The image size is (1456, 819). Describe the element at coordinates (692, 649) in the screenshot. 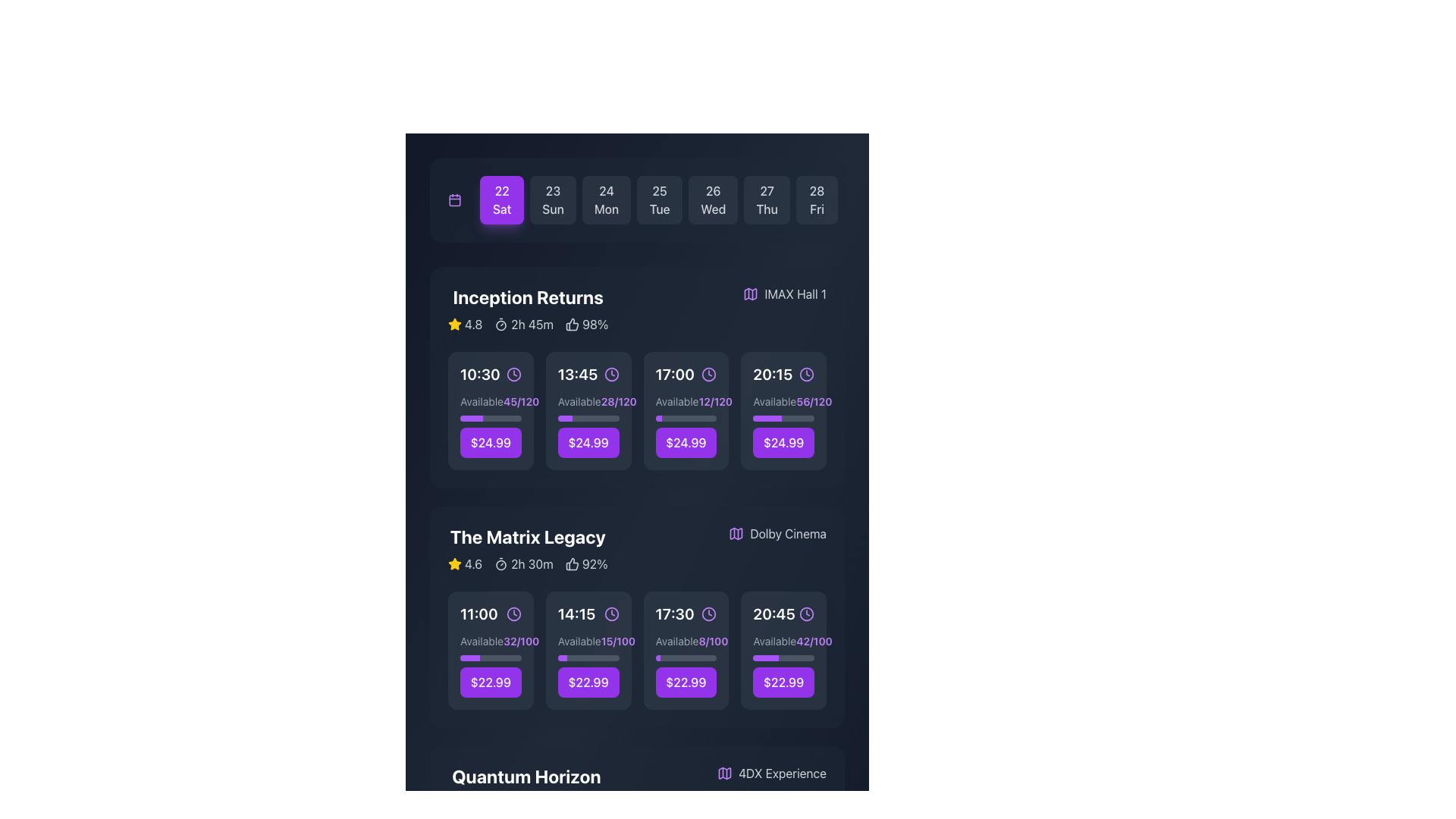

I see `the 'Select Seats' text label, which is styled with a purple background and white text, located within the button in the bottom right section of the 'The Matrix Legacy' card at the '17:30' showtime` at that location.